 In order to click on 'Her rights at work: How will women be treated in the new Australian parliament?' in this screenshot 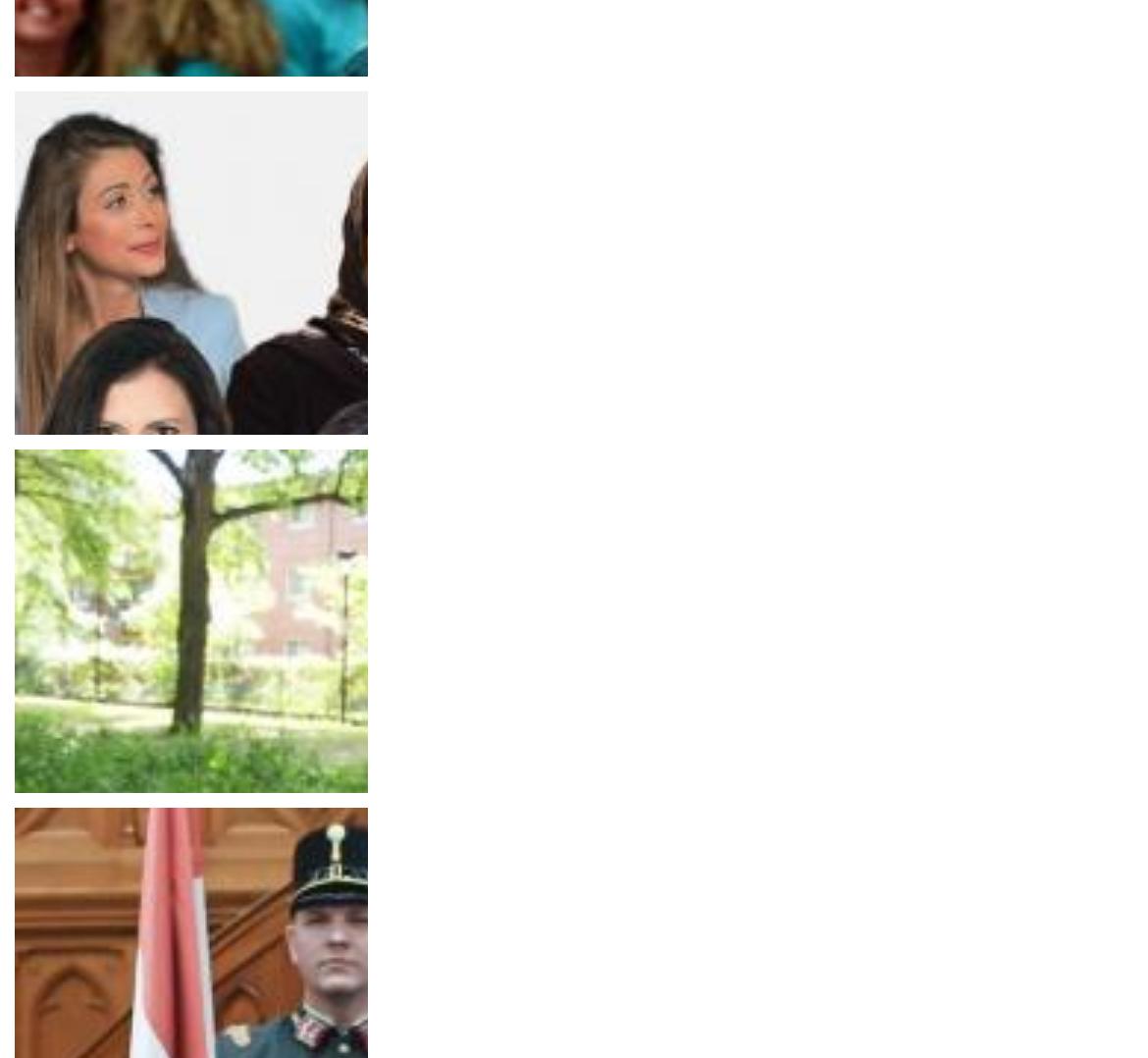, I will do `click(294, 473)`.